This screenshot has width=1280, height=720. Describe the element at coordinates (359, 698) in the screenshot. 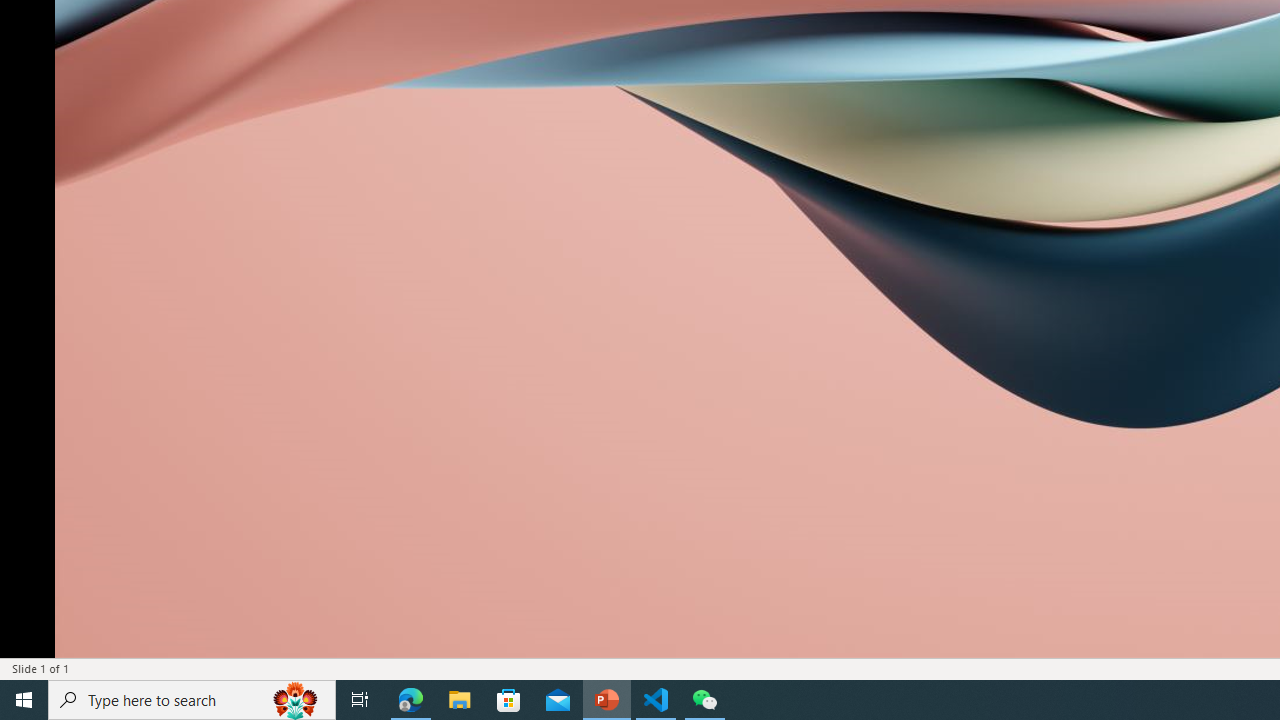

I see `'Task View'` at that location.